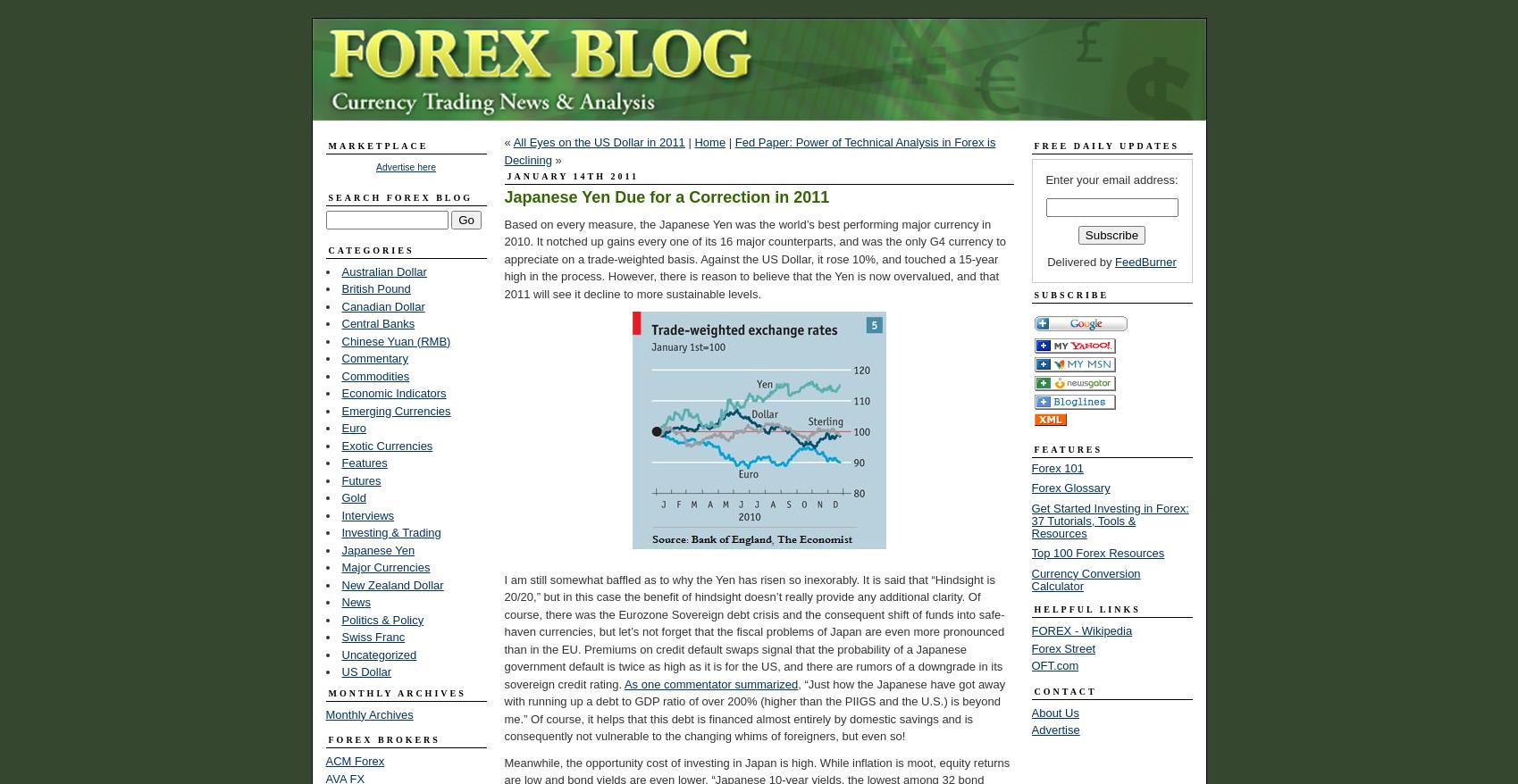 The width and height of the screenshot is (1518, 784). I want to click on 'Central Banks', so click(378, 322).